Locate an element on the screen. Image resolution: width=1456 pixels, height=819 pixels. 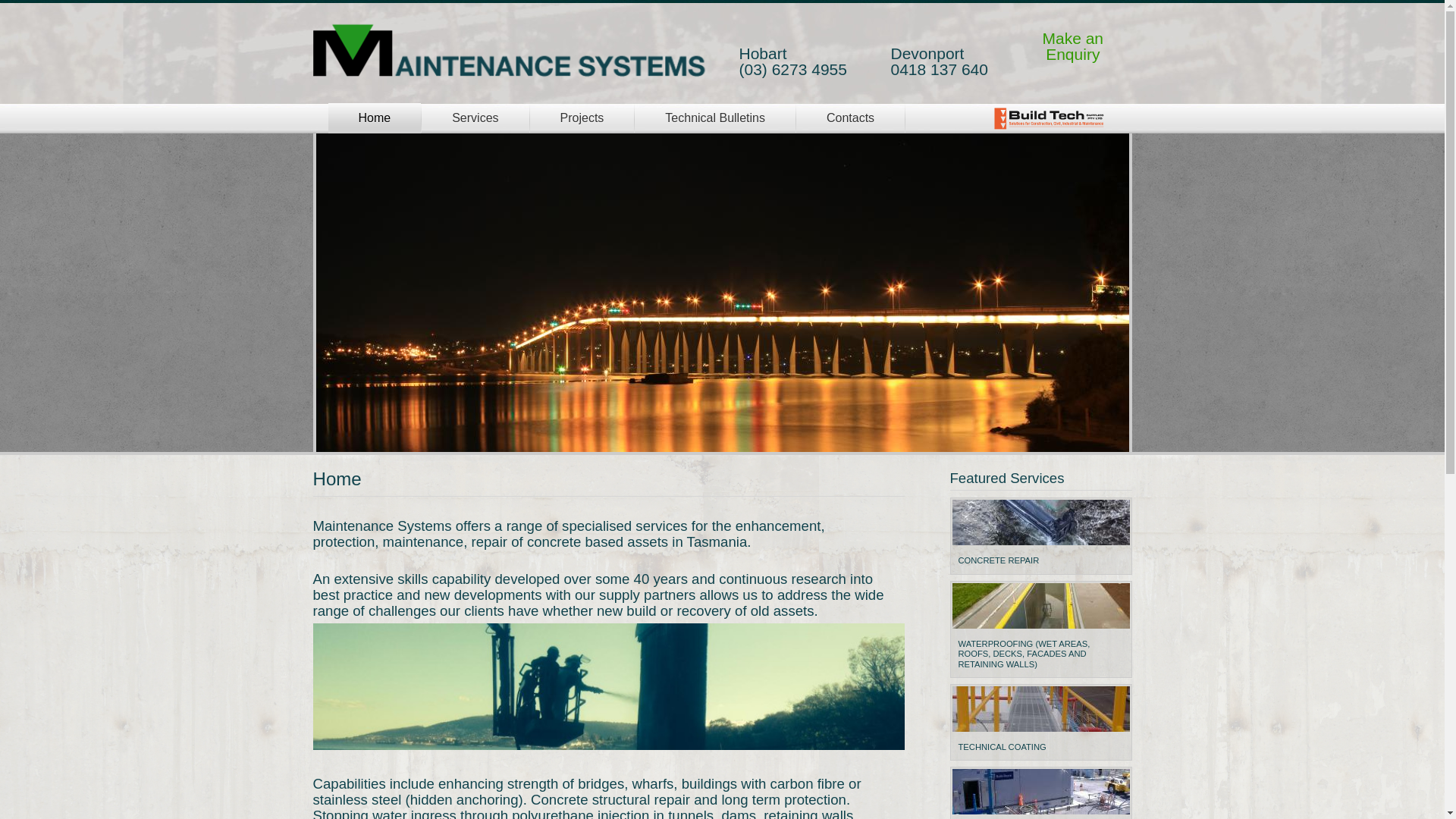
'Services' is located at coordinates (422, 117).